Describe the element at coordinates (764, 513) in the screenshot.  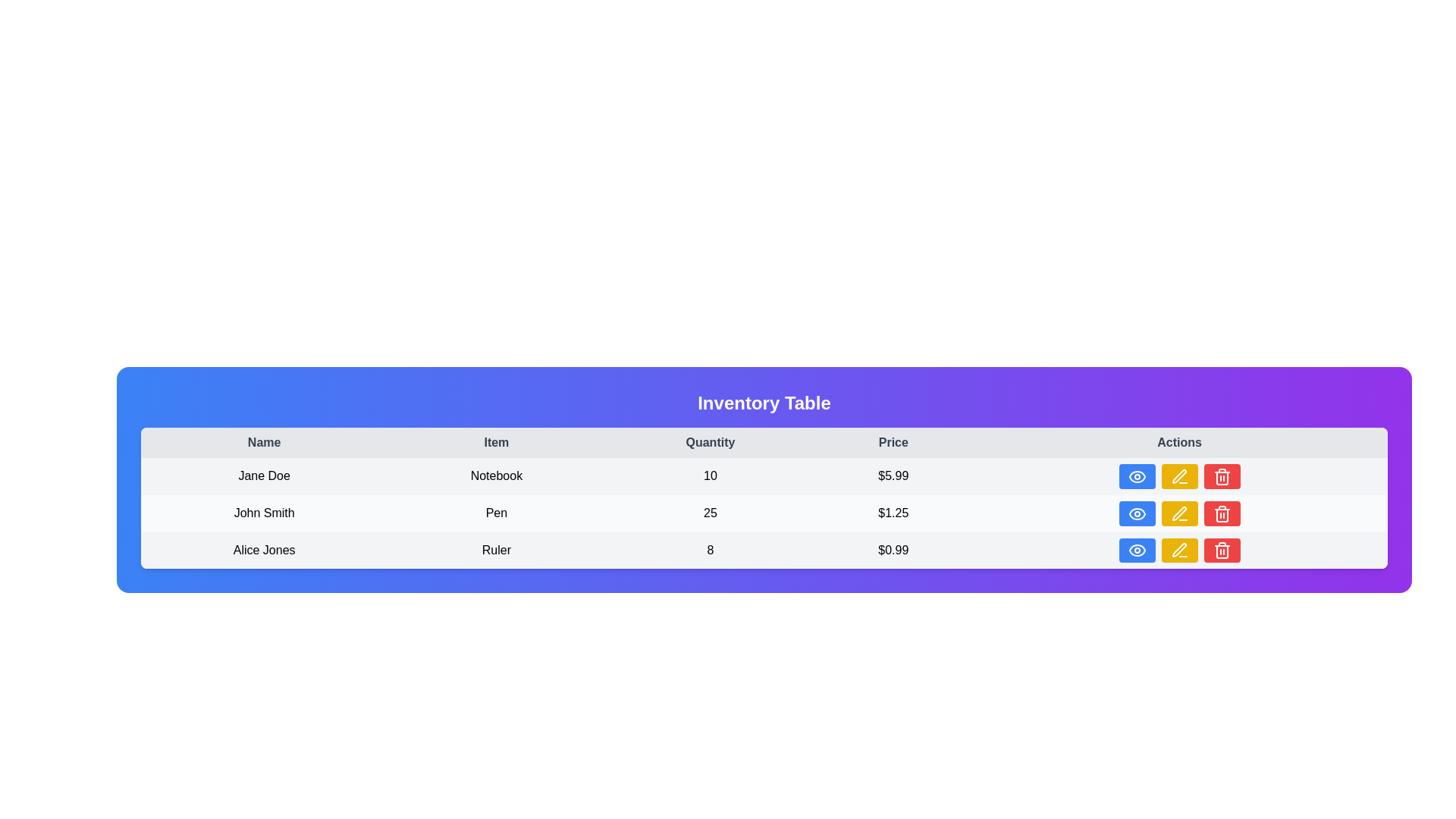
I see `the second row in the data table displaying information for 'John Smith', including details such as item, quantity, and price` at that location.